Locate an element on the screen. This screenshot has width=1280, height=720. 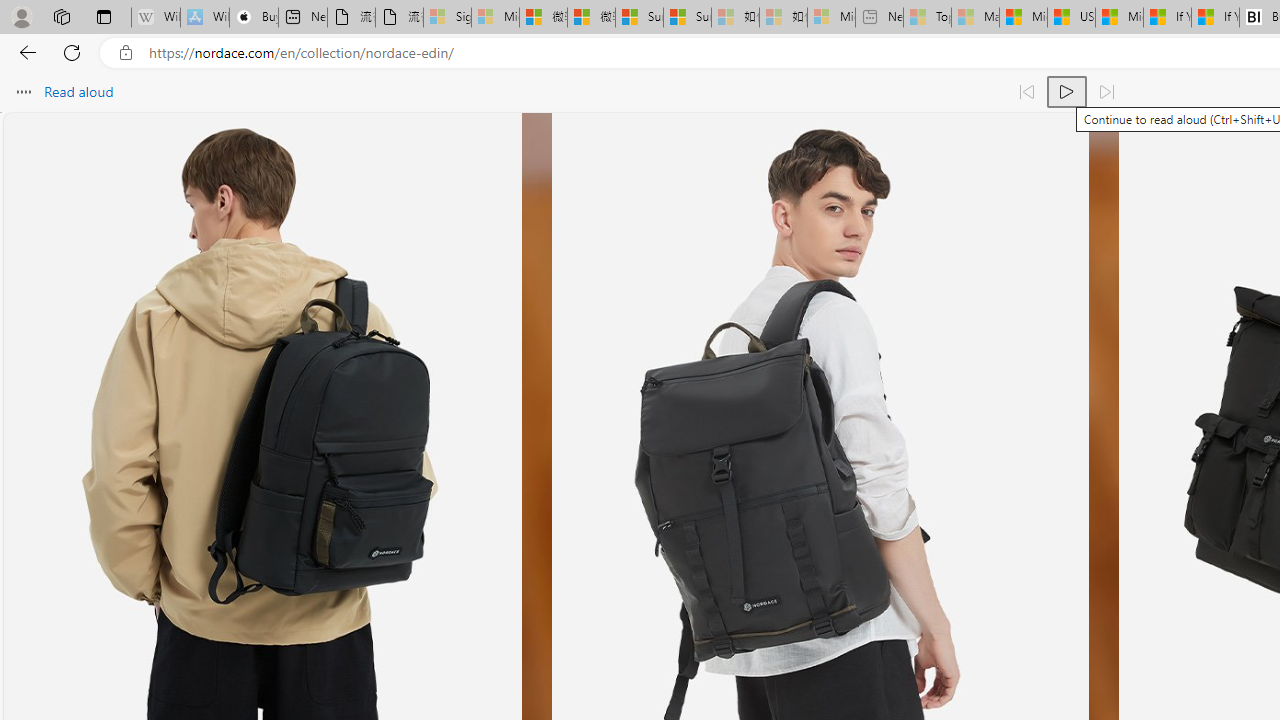
'Sign in to your Microsoft account - Sleeping' is located at coordinates (446, 17).